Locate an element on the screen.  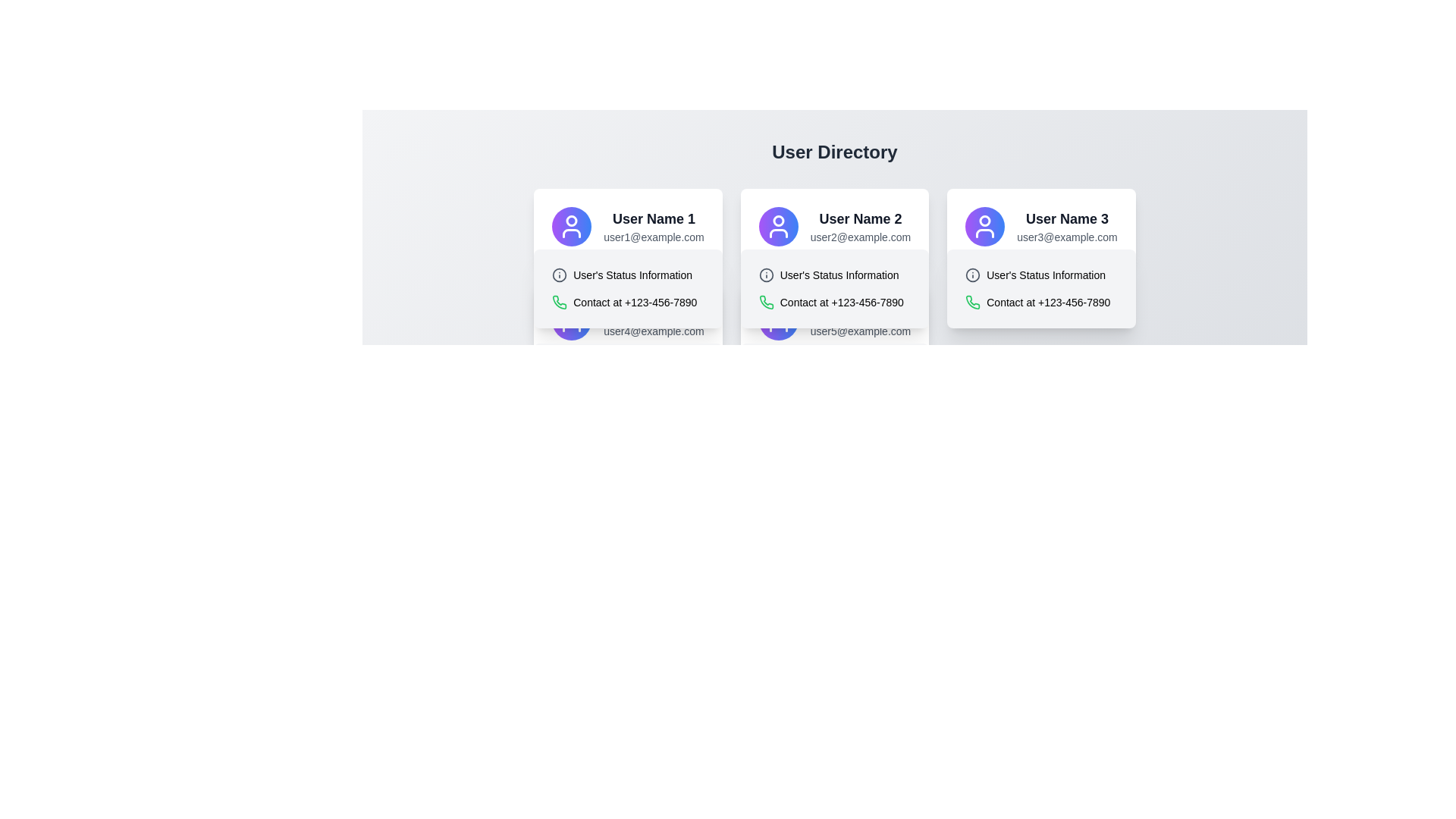
the text within the email address label located inside the second user card, centered below the header 'User Name 2' is located at coordinates (860, 237).